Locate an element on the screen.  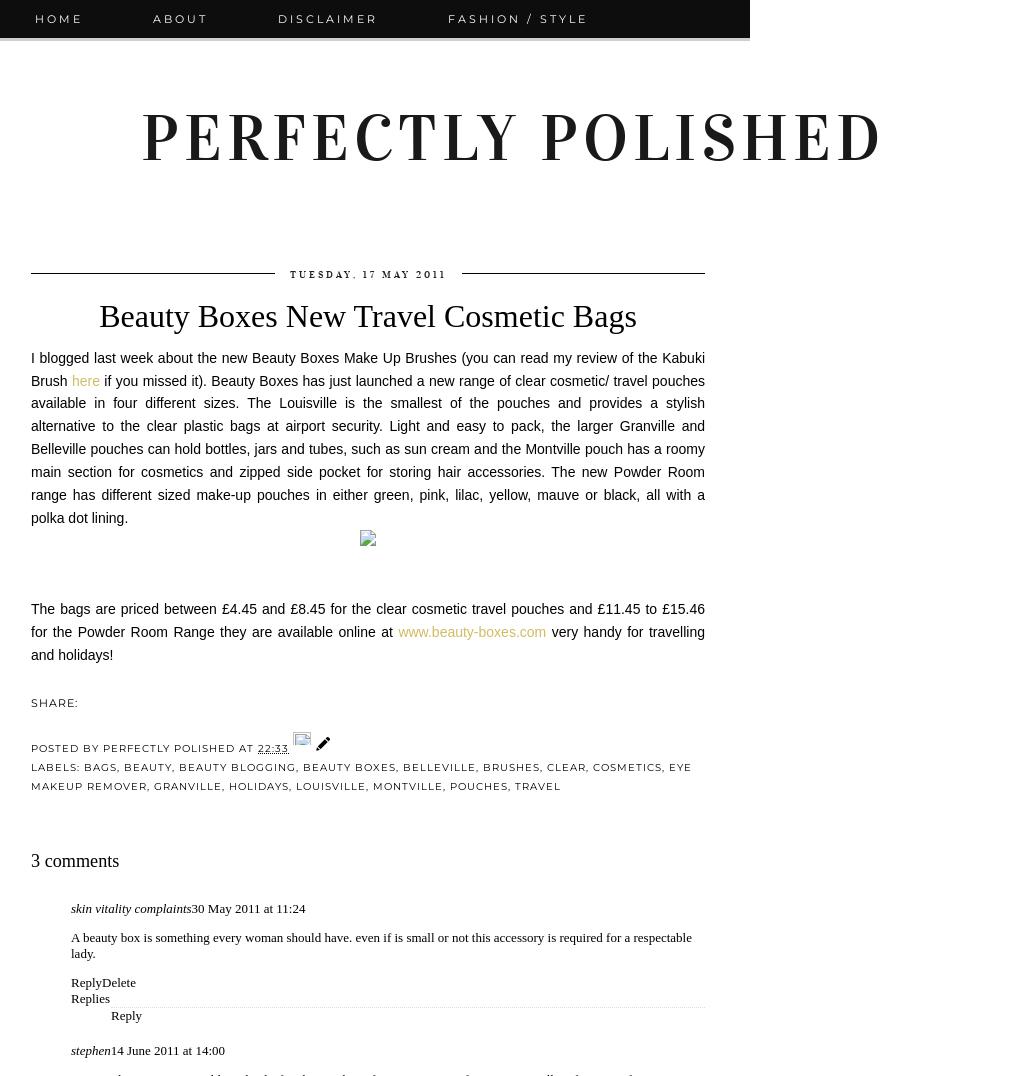
'Labels:' is located at coordinates (57, 766).